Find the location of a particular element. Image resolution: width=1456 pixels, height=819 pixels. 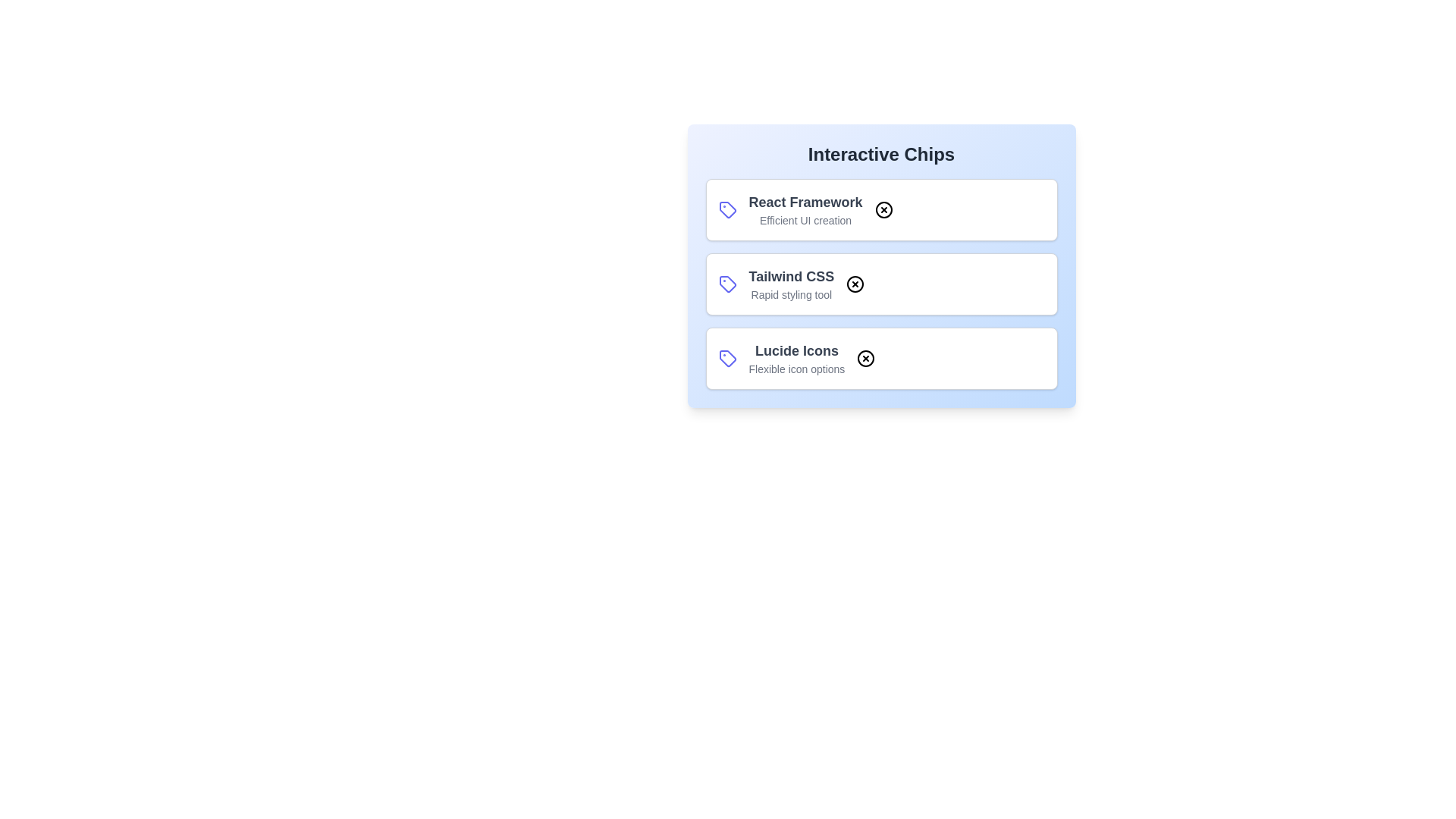

close button on the chip labeled Tailwind CSS is located at coordinates (855, 284).